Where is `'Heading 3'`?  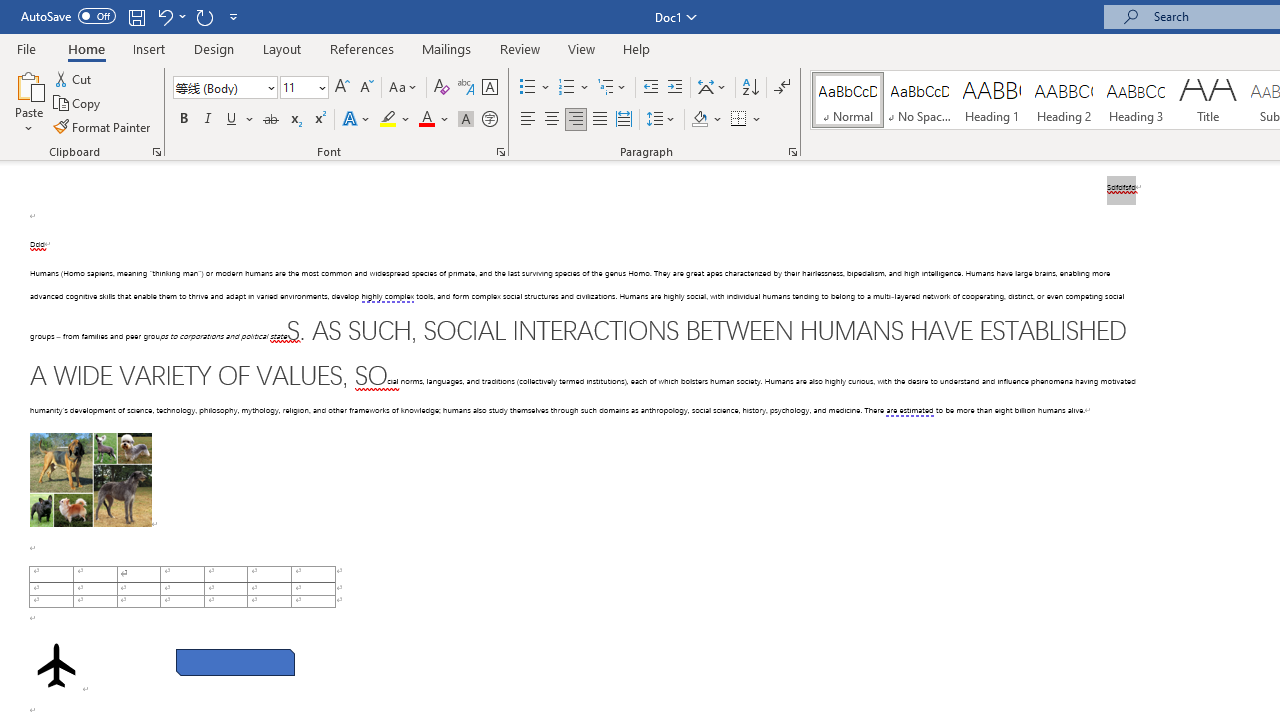
'Heading 3' is located at coordinates (1136, 100).